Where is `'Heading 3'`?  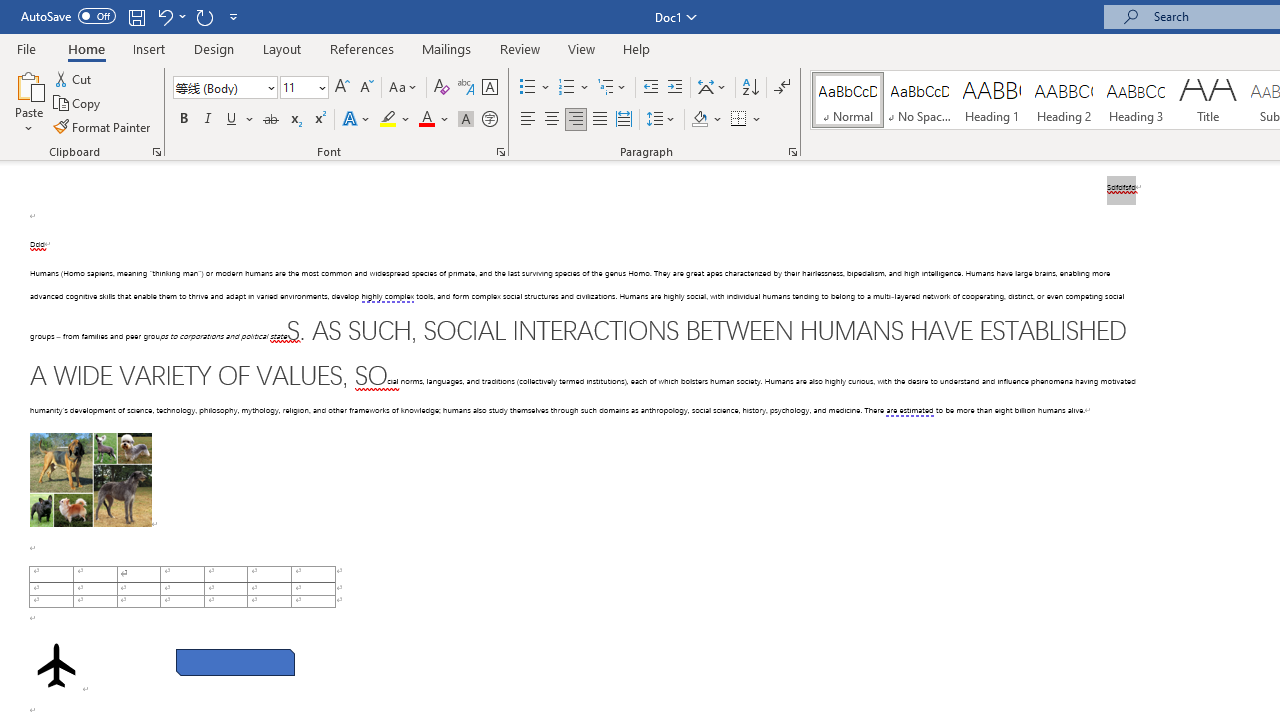
'Heading 3' is located at coordinates (1136, 100).